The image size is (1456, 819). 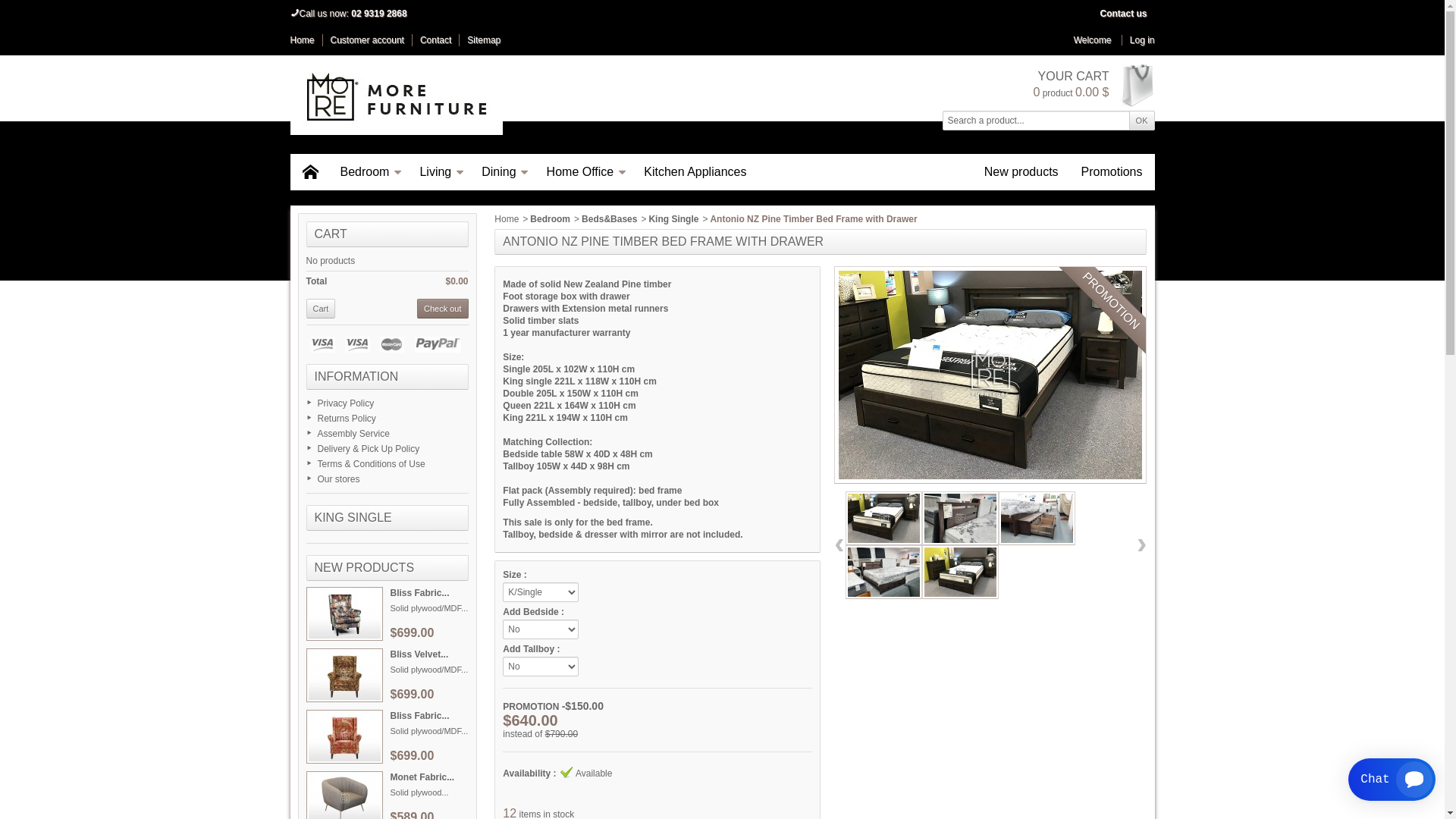 What do you see at coordinates (466, 39) in the screenshot?
I see `'Sitemap'` at bounding box center [466, 39].